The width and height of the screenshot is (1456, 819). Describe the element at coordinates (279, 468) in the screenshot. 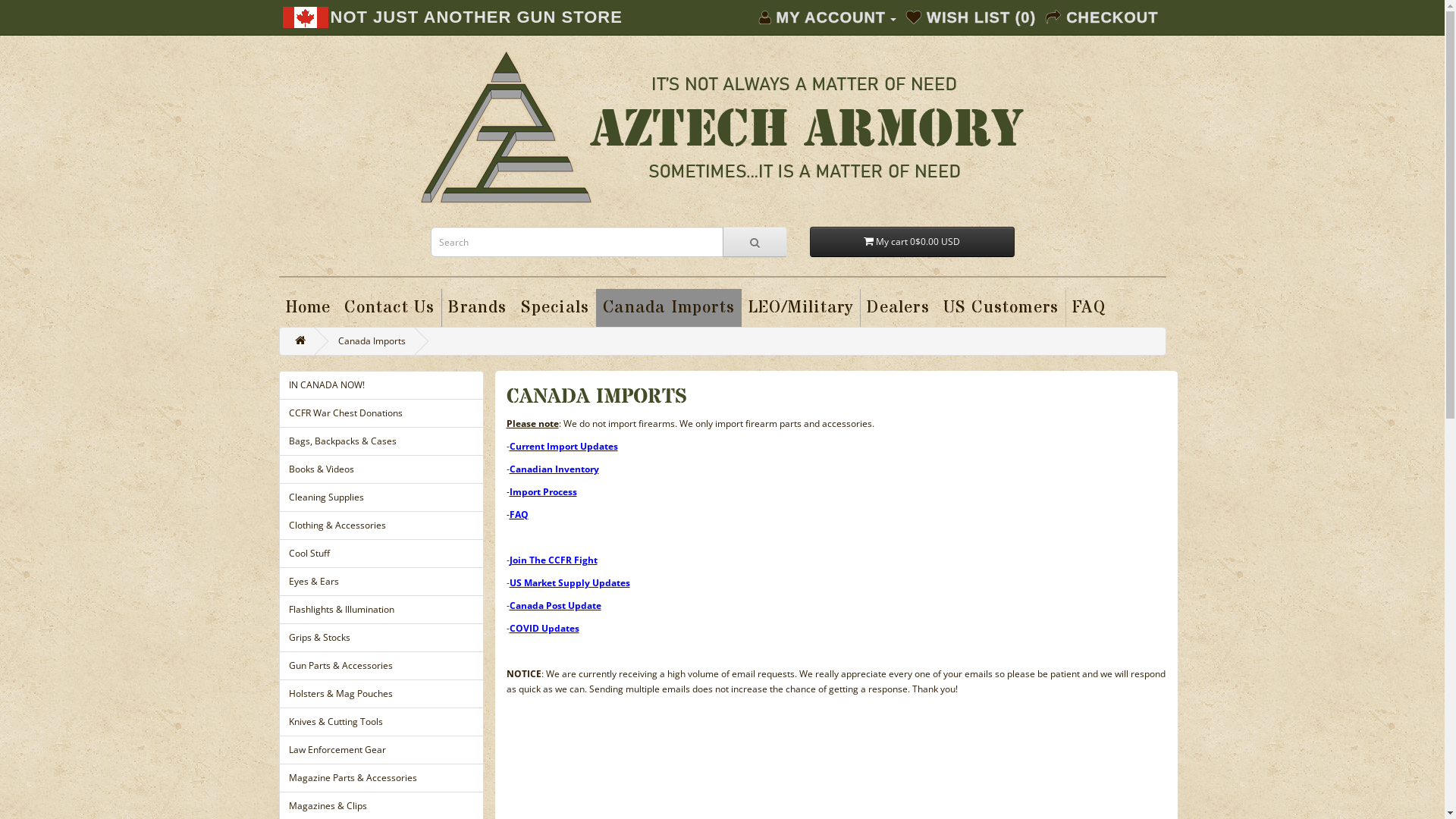

I see `'Books & Videos'` at that location.